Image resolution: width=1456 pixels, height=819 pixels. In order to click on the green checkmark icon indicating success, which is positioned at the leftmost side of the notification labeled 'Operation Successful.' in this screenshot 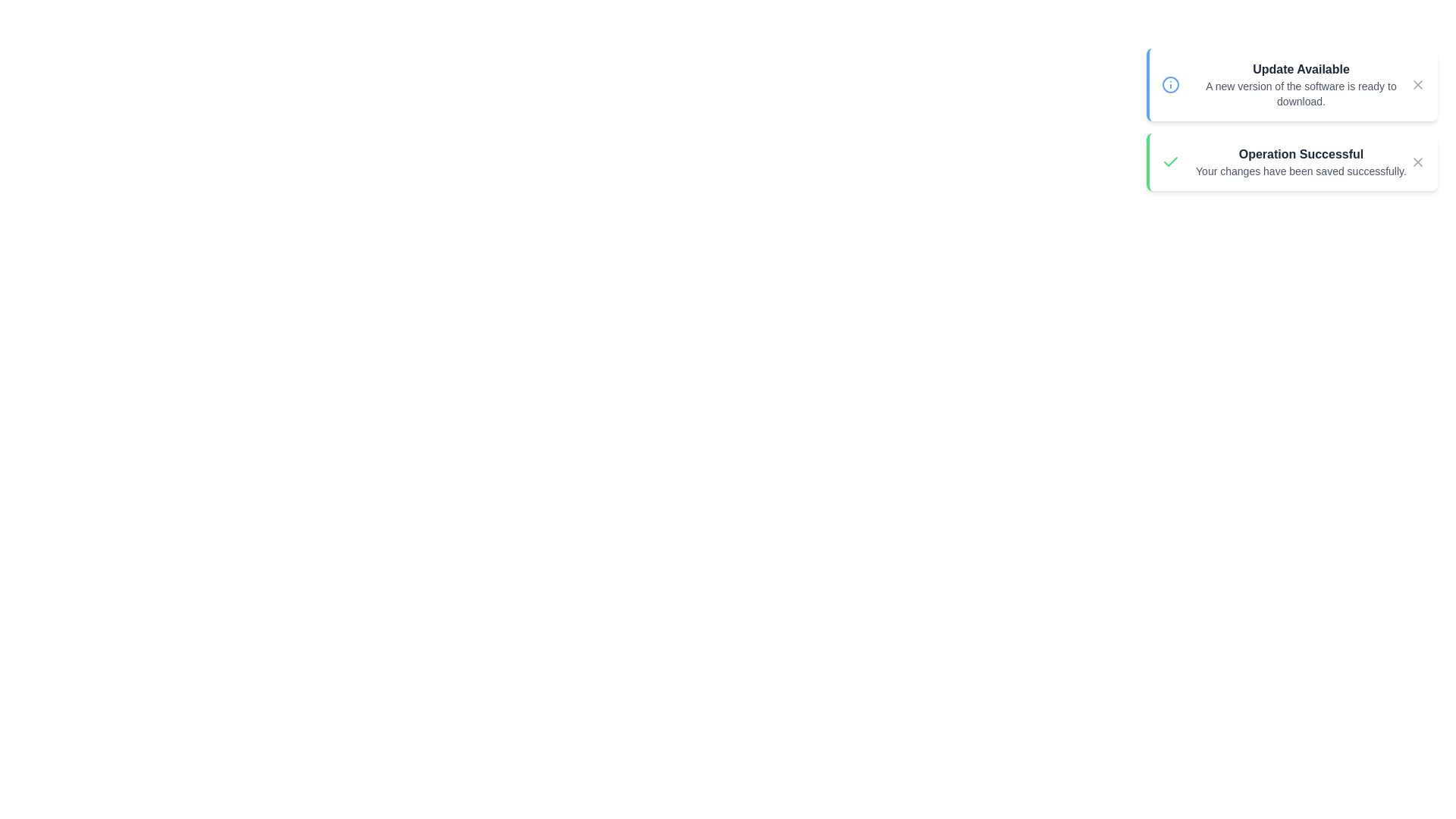, I will do `click(1170, 162)`.